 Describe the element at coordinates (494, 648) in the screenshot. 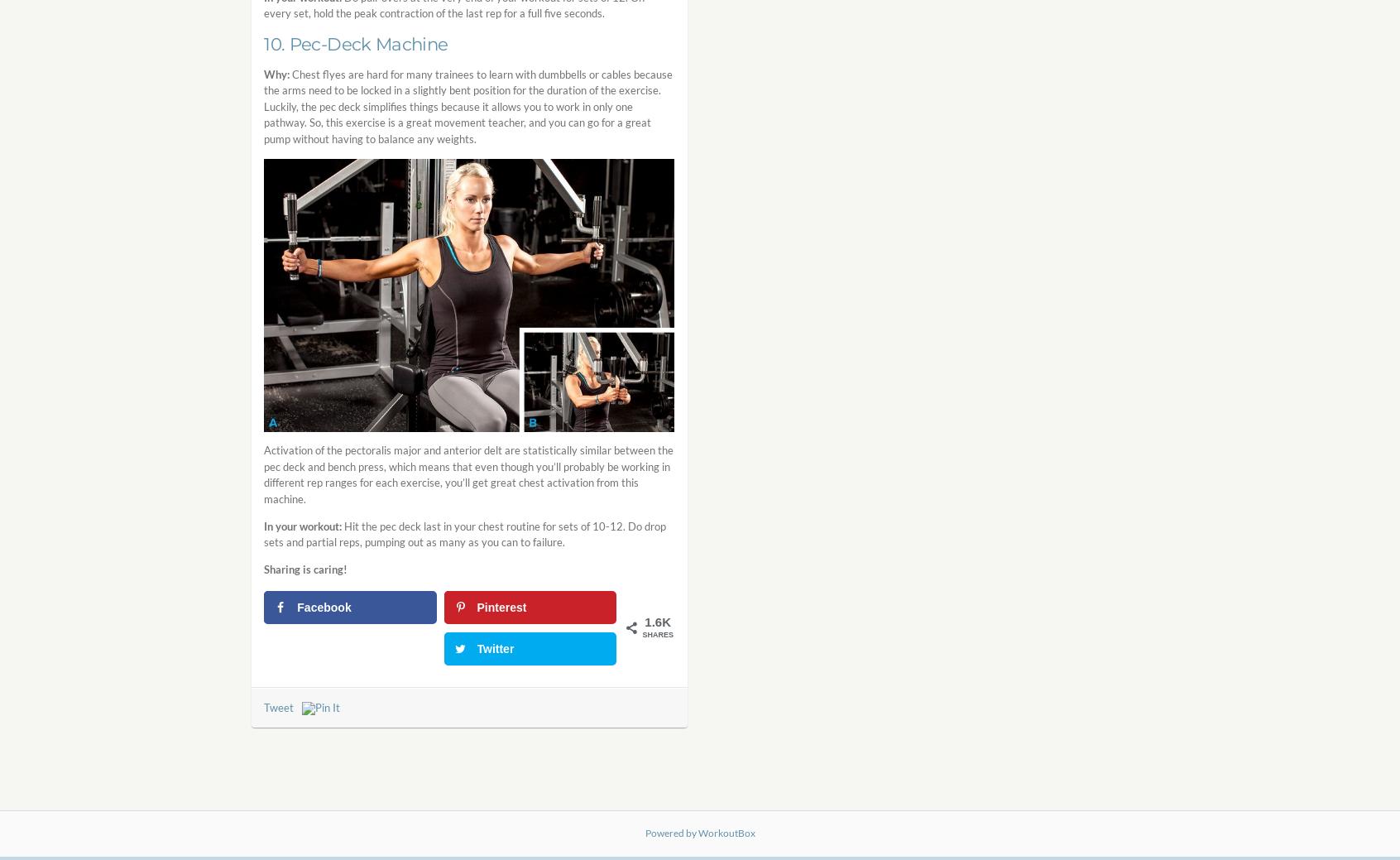

I see `'Twitter'` at that location.